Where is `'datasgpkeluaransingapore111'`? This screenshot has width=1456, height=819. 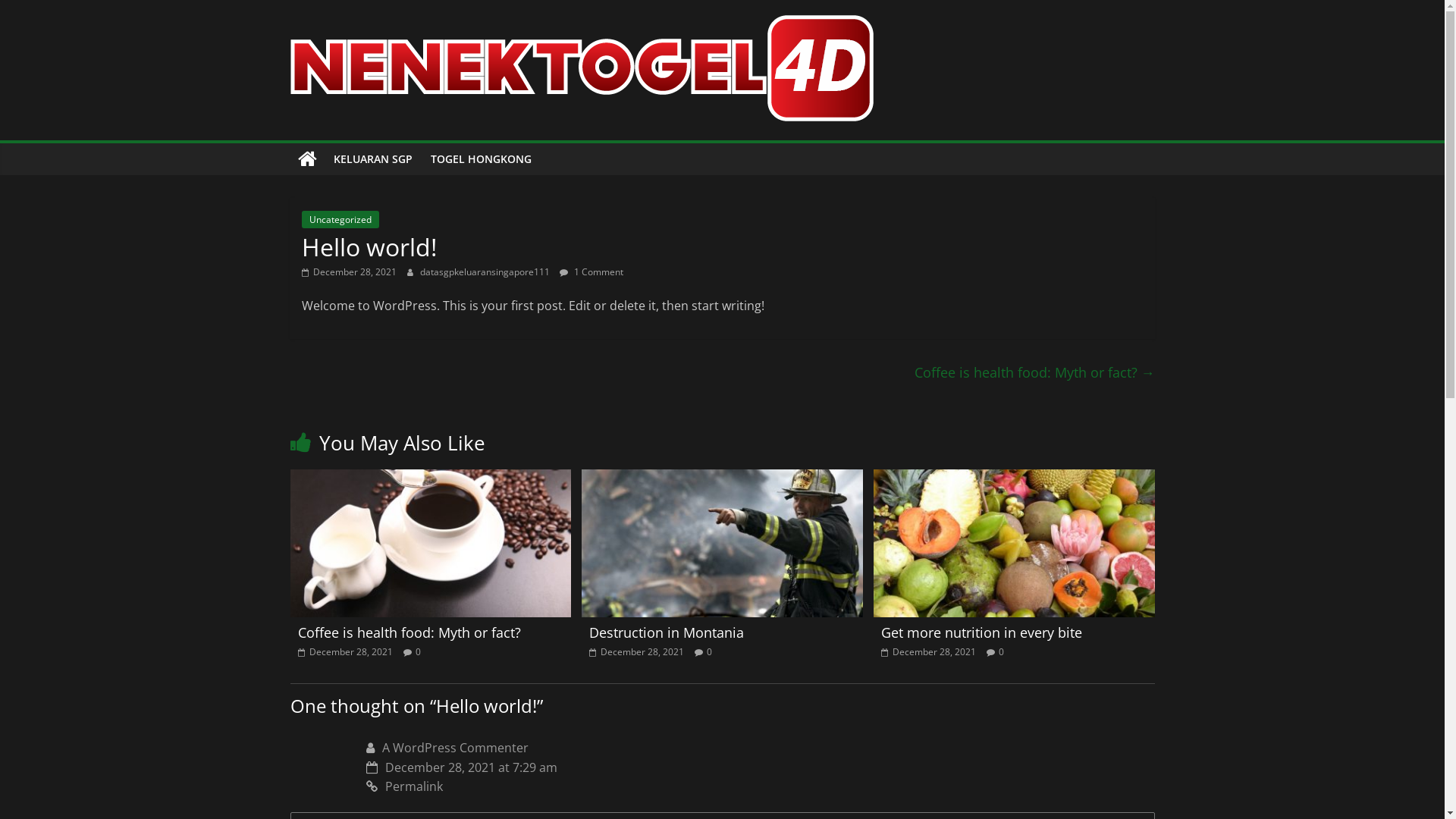 'datasgpkeluaransingapore111' is located at coordinates (486, 271).